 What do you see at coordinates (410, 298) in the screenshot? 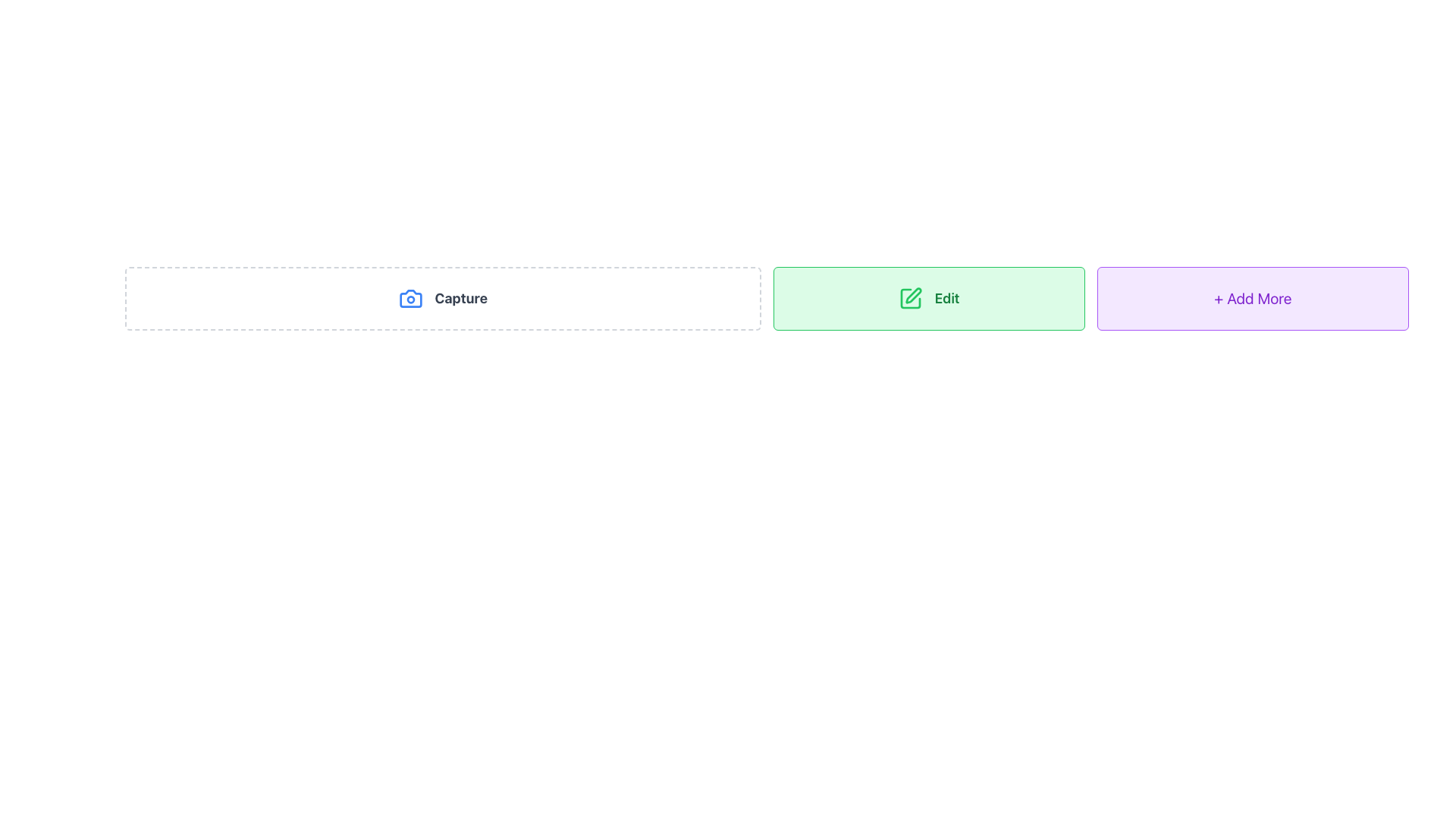
I see `the camera icon that is part of the 'Capture' button, located to the left of the button's text` at bounding box center [410, 298].